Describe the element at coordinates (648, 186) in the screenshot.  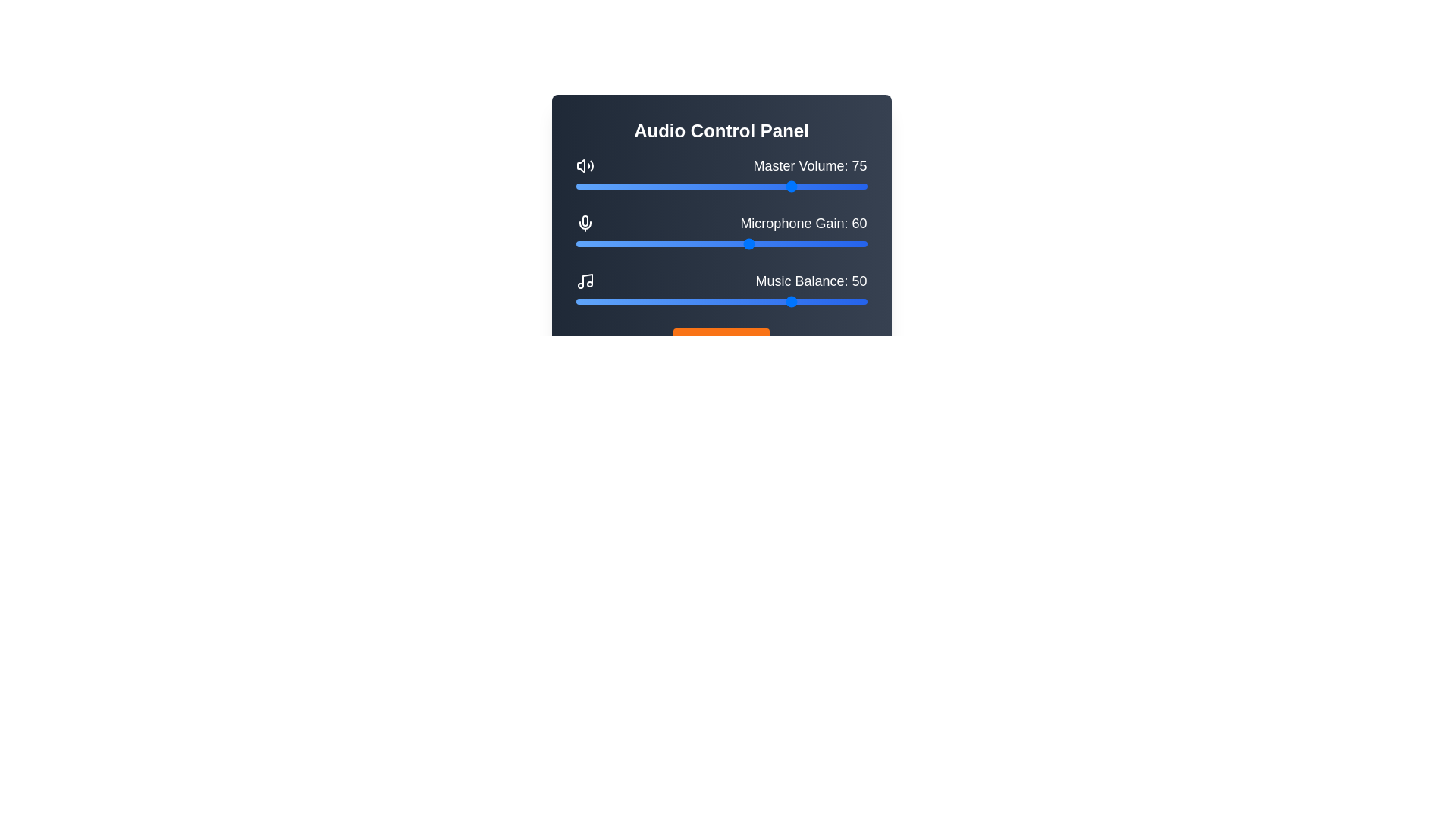
I see `the Master Volume slider to 25` at that location.